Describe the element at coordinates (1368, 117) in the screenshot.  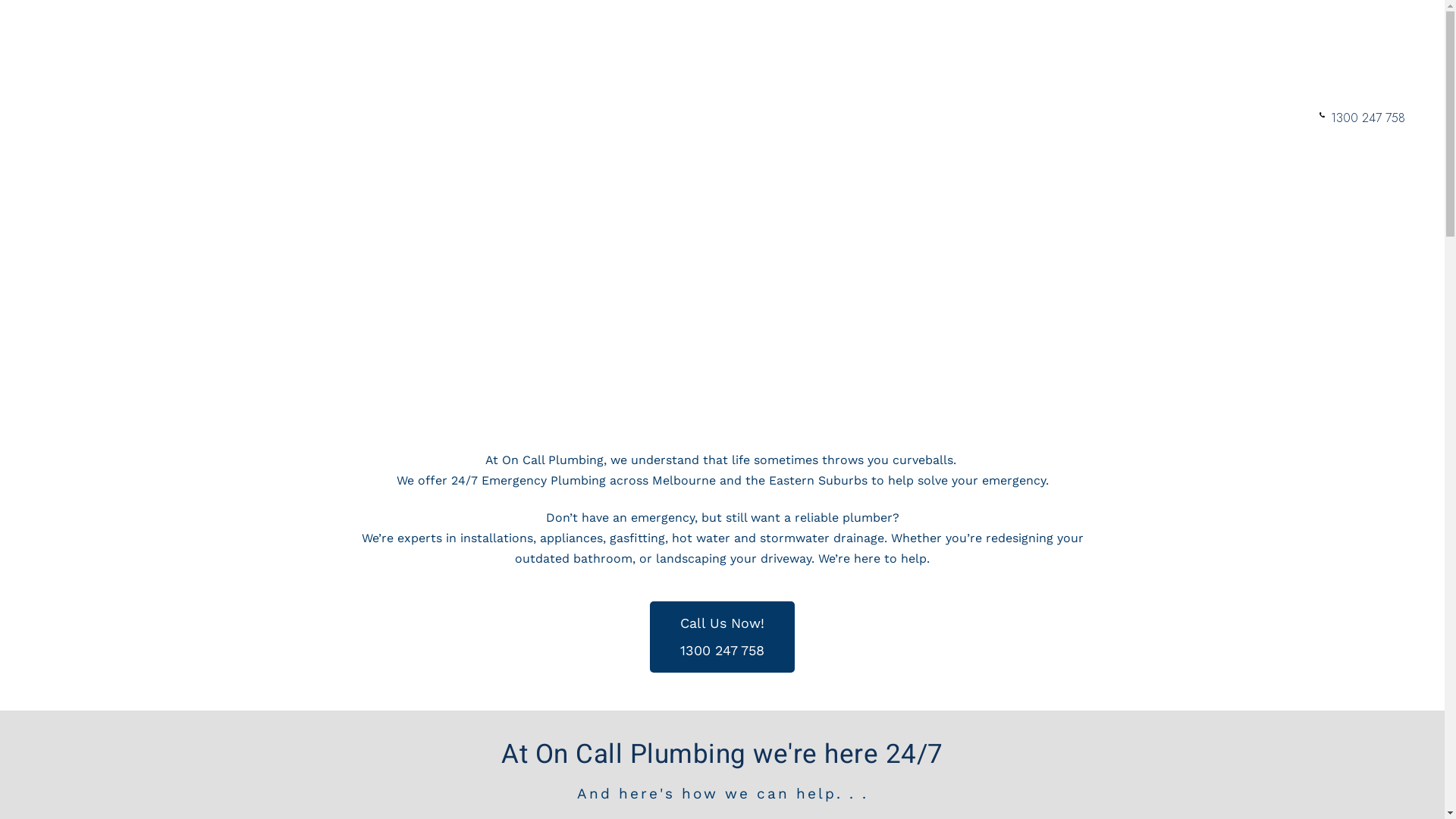
I see `'1300 247 758'` at that location.